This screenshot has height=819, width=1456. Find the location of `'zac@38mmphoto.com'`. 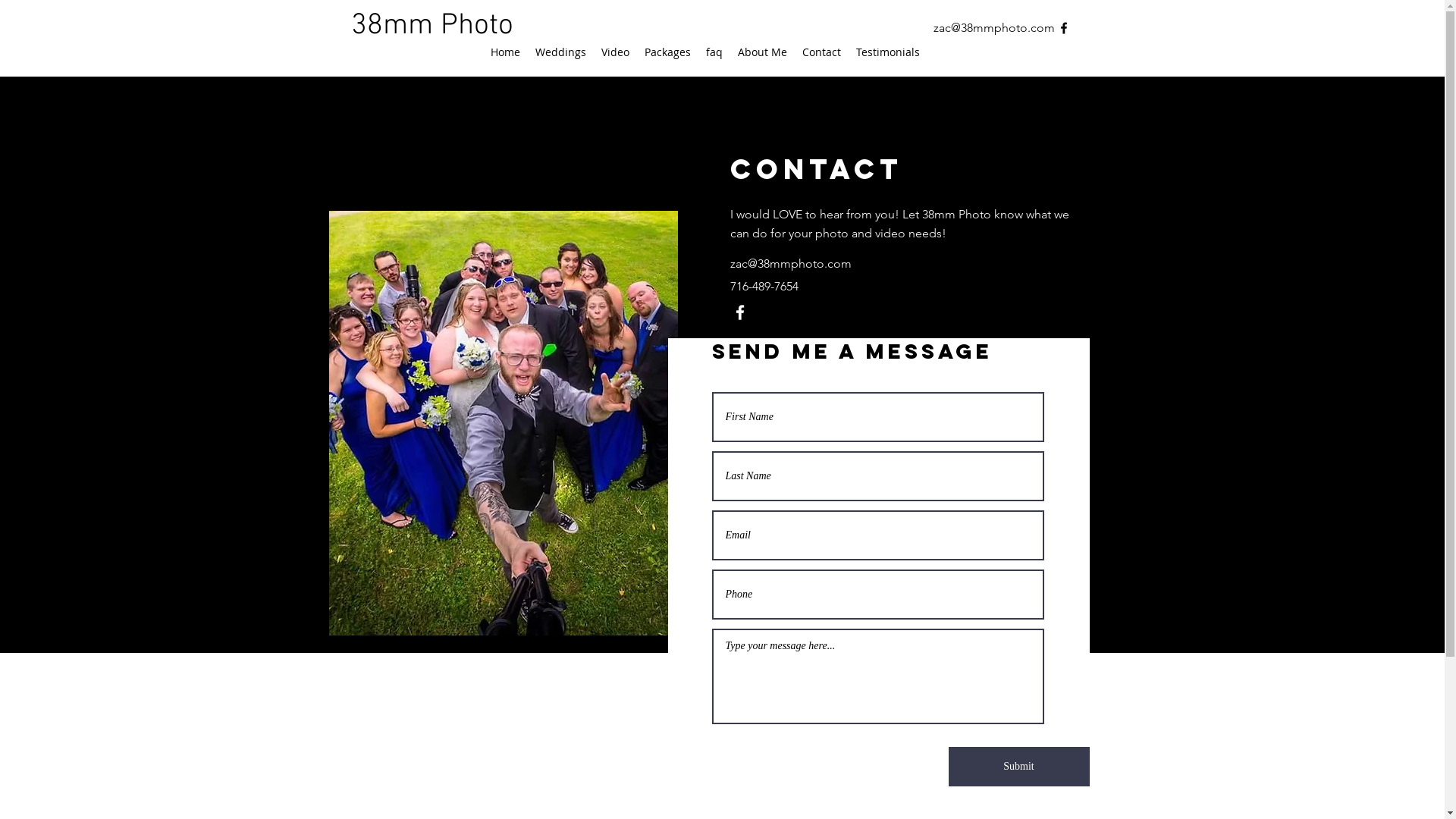

'zac@38mmphoto.com' is located at coordinates (931, 27).